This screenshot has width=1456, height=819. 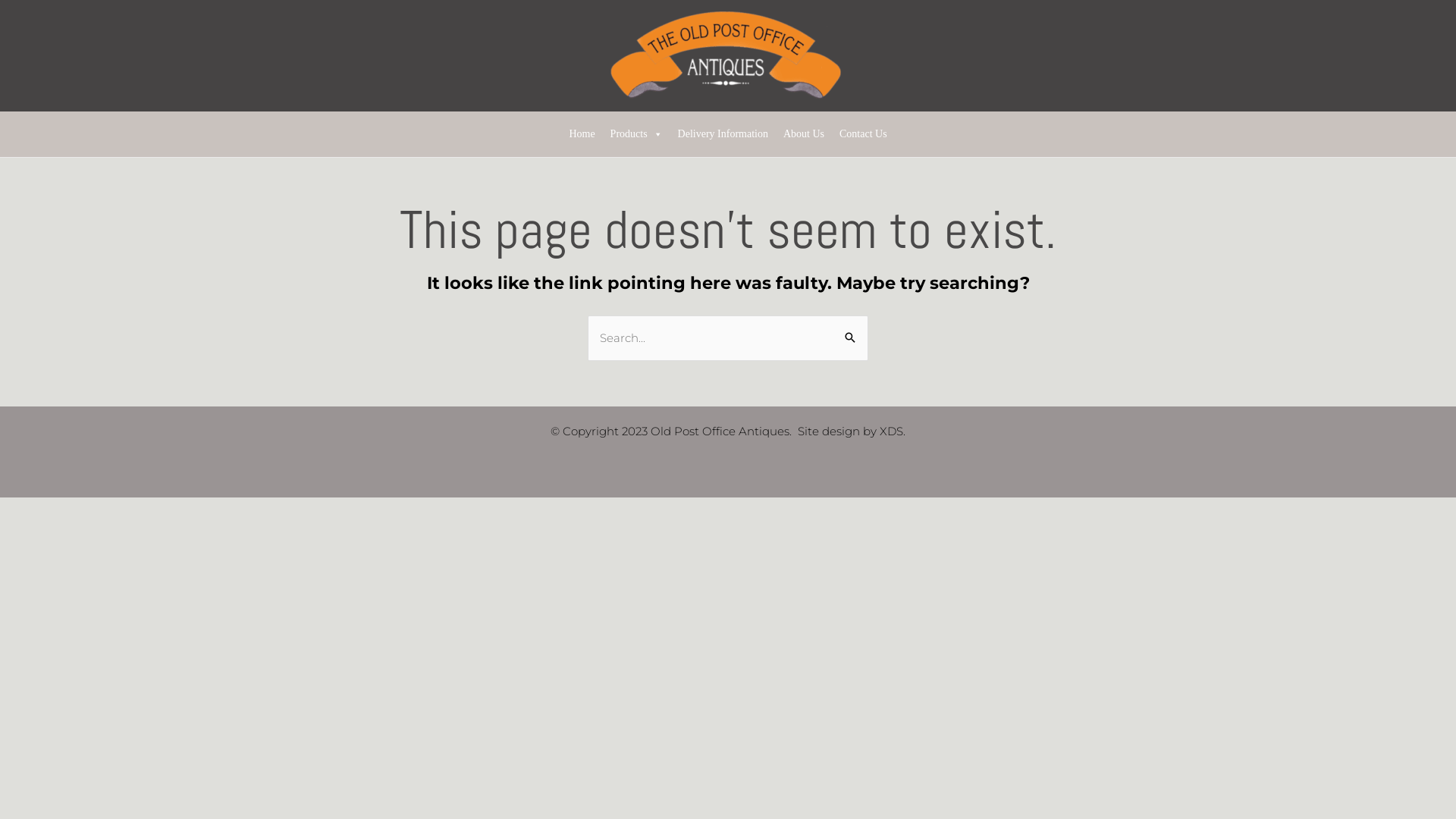 What do you see at coordinates (775, 133) in the screenshot?
I see `'About Us'` at bounding box center [775, 133].